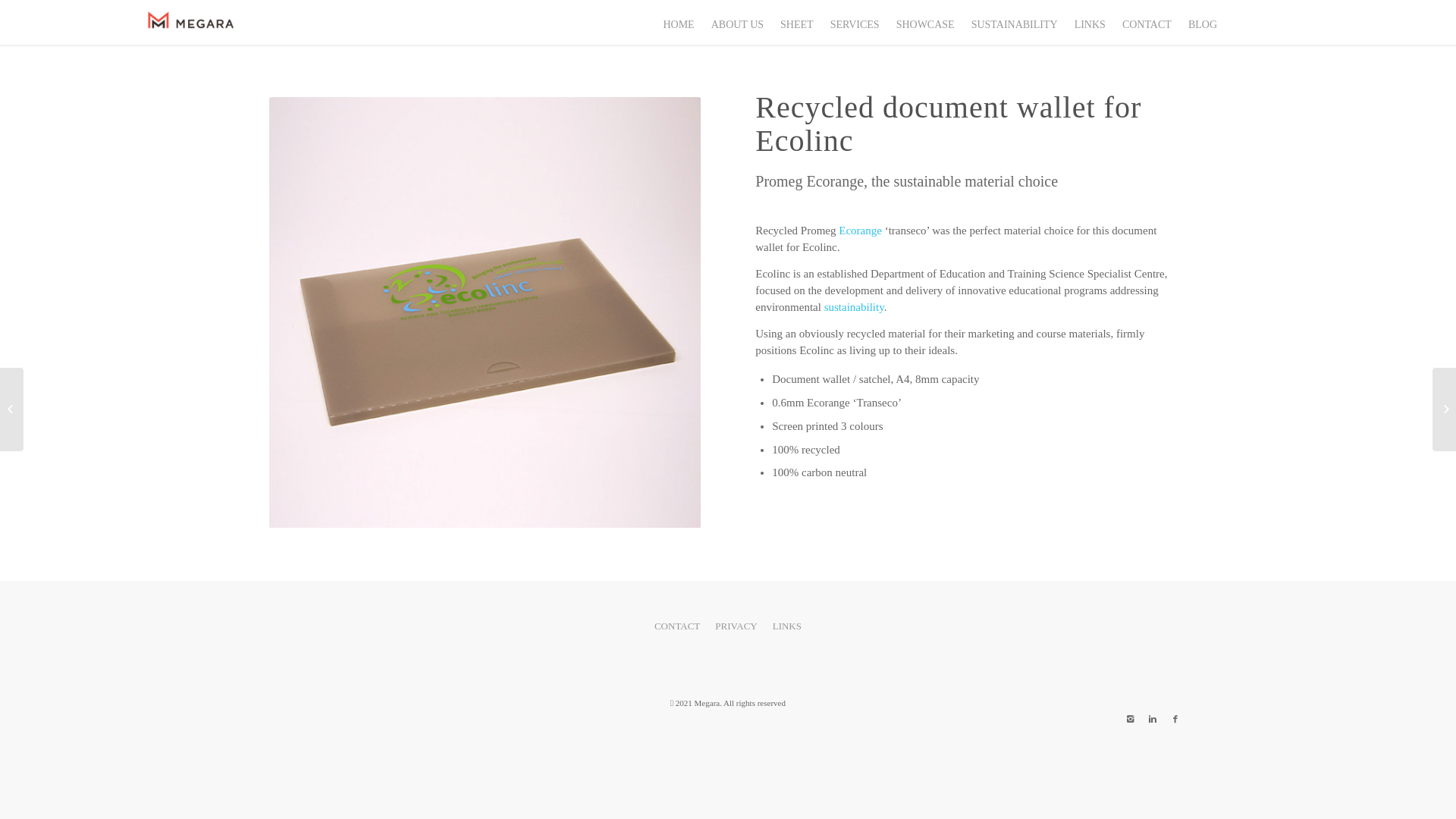 The height and width of the screenshot is (819, 1456). Describe the element at coordinates (1146, 22) in the screenshot. I see `'CONTACT'` at that location.